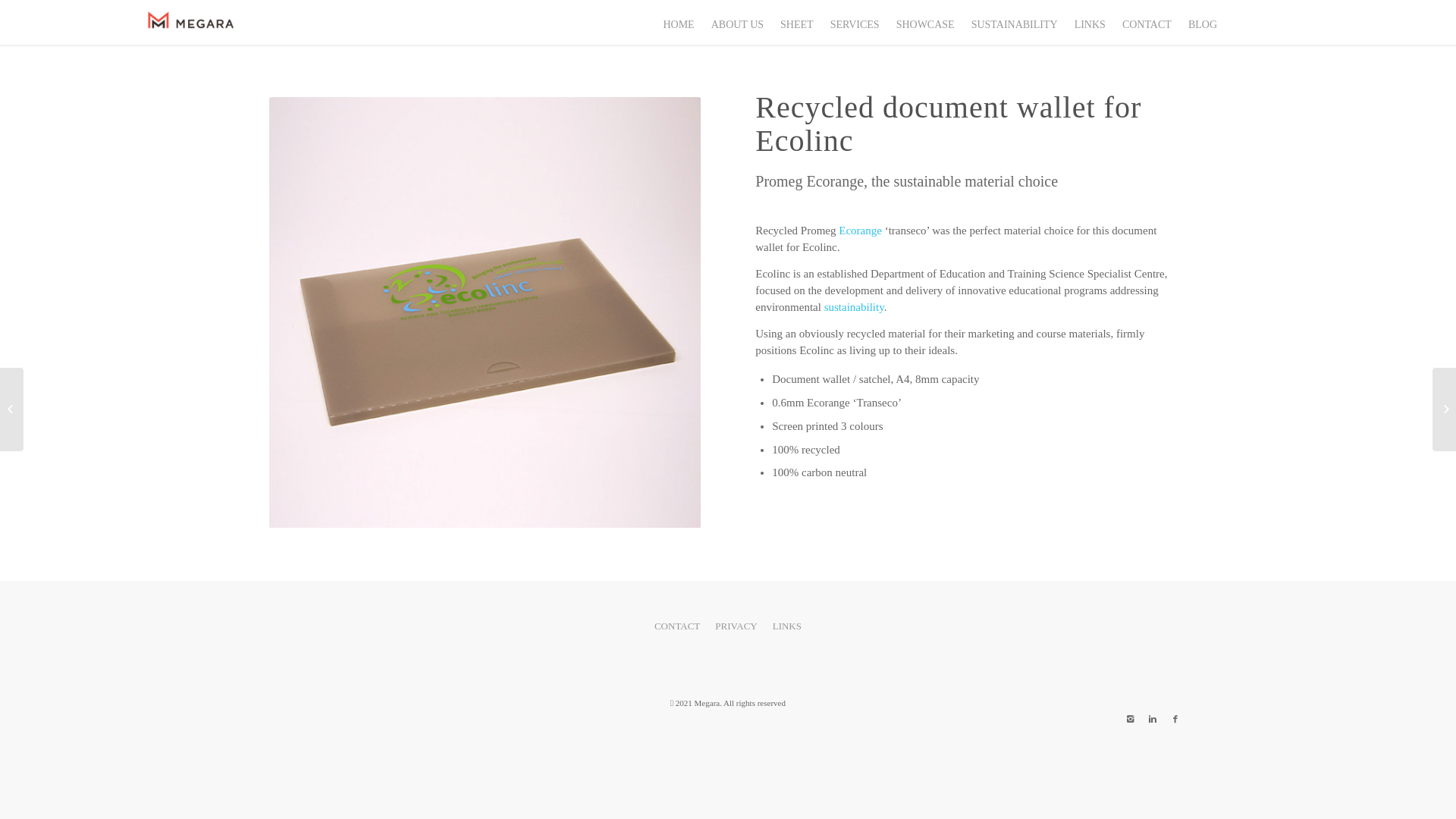 The height and width of the screenshot is (819, 1456). Describe the element at coordinates (1146, 22) in the screenshot. I see `'CONTACT'` at that location.